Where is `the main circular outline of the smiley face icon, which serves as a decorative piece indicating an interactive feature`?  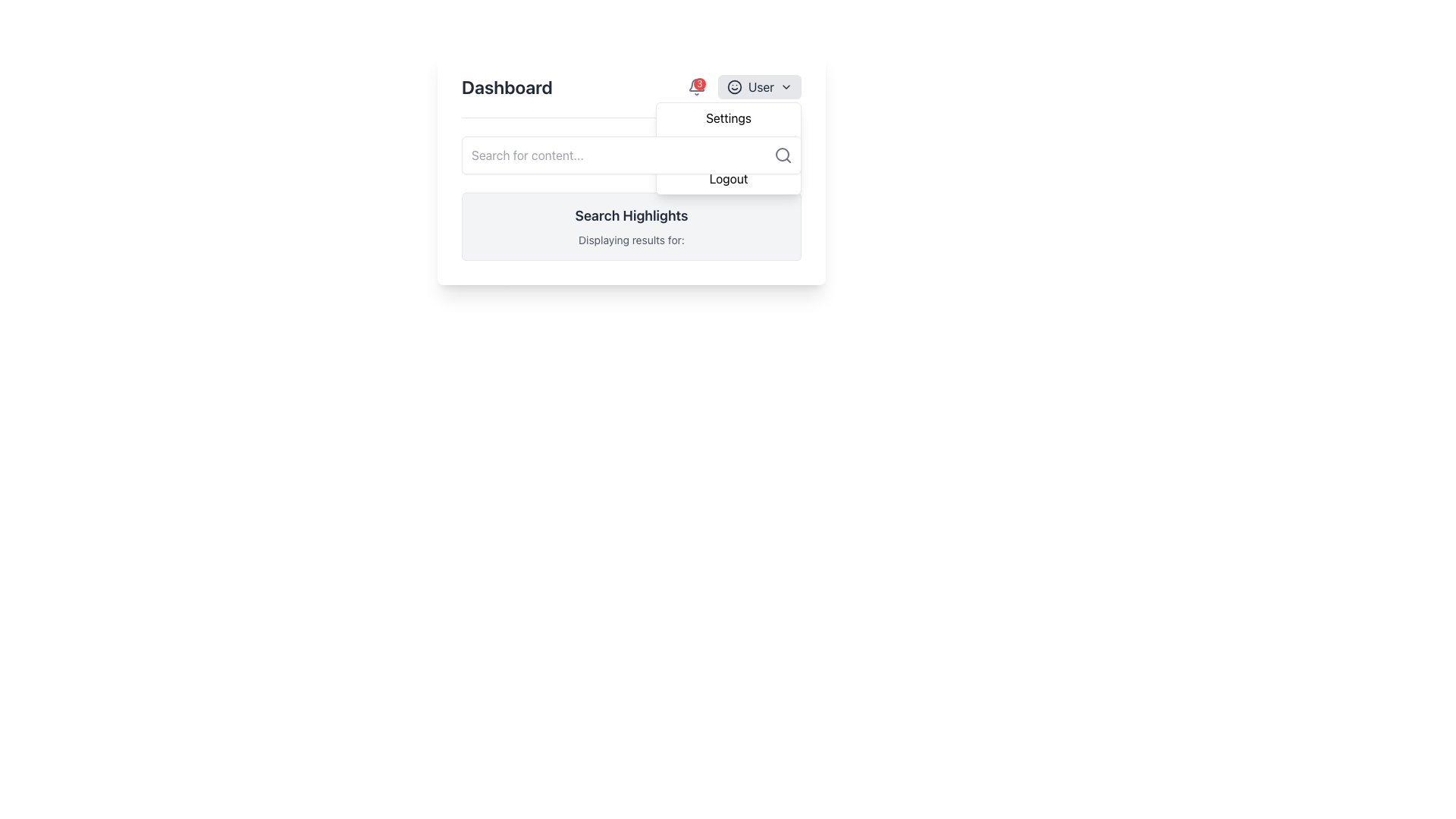
the main circular outline of the smiley face icon, which serves as a decorative piece indicating an interactive feature is located at coordinates (734, 87).